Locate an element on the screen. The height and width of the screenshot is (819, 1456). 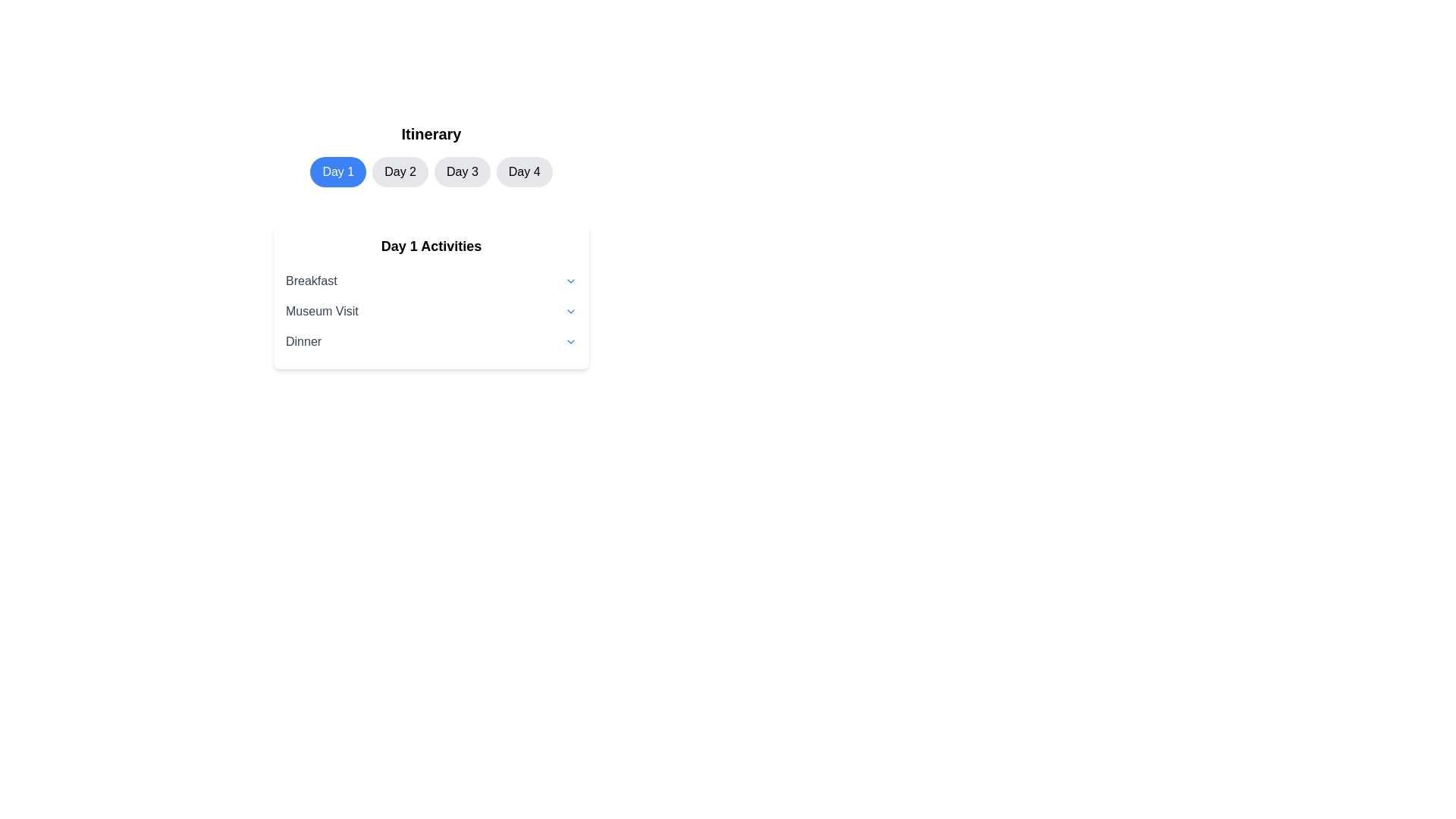
the bold text header labeled 'Day 1 Activities' is located at coordinates (431, 245).